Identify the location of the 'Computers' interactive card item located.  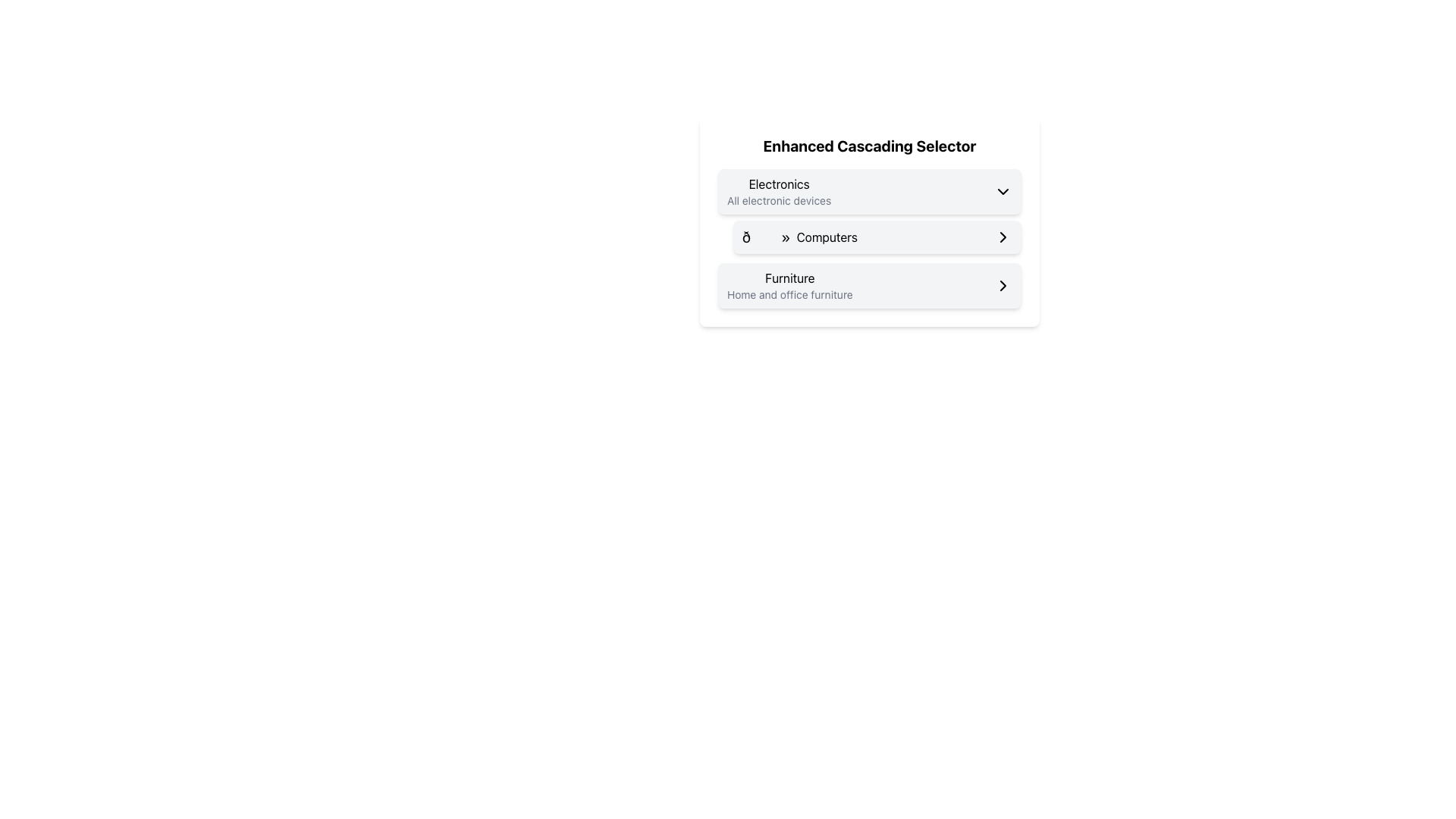
(870, 222).